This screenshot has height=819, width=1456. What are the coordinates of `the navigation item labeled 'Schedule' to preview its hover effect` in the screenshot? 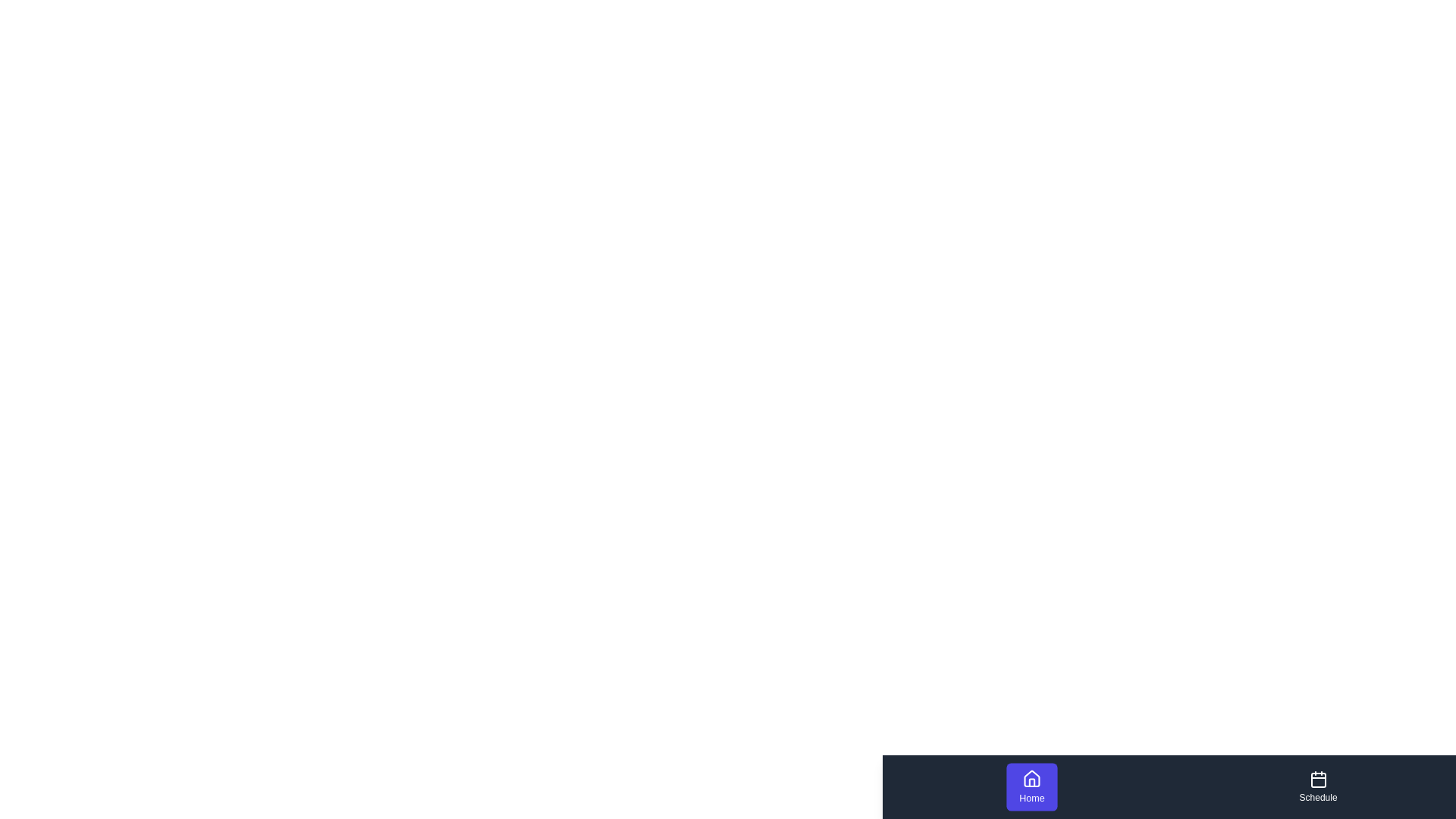 It's located at (1317, 786).